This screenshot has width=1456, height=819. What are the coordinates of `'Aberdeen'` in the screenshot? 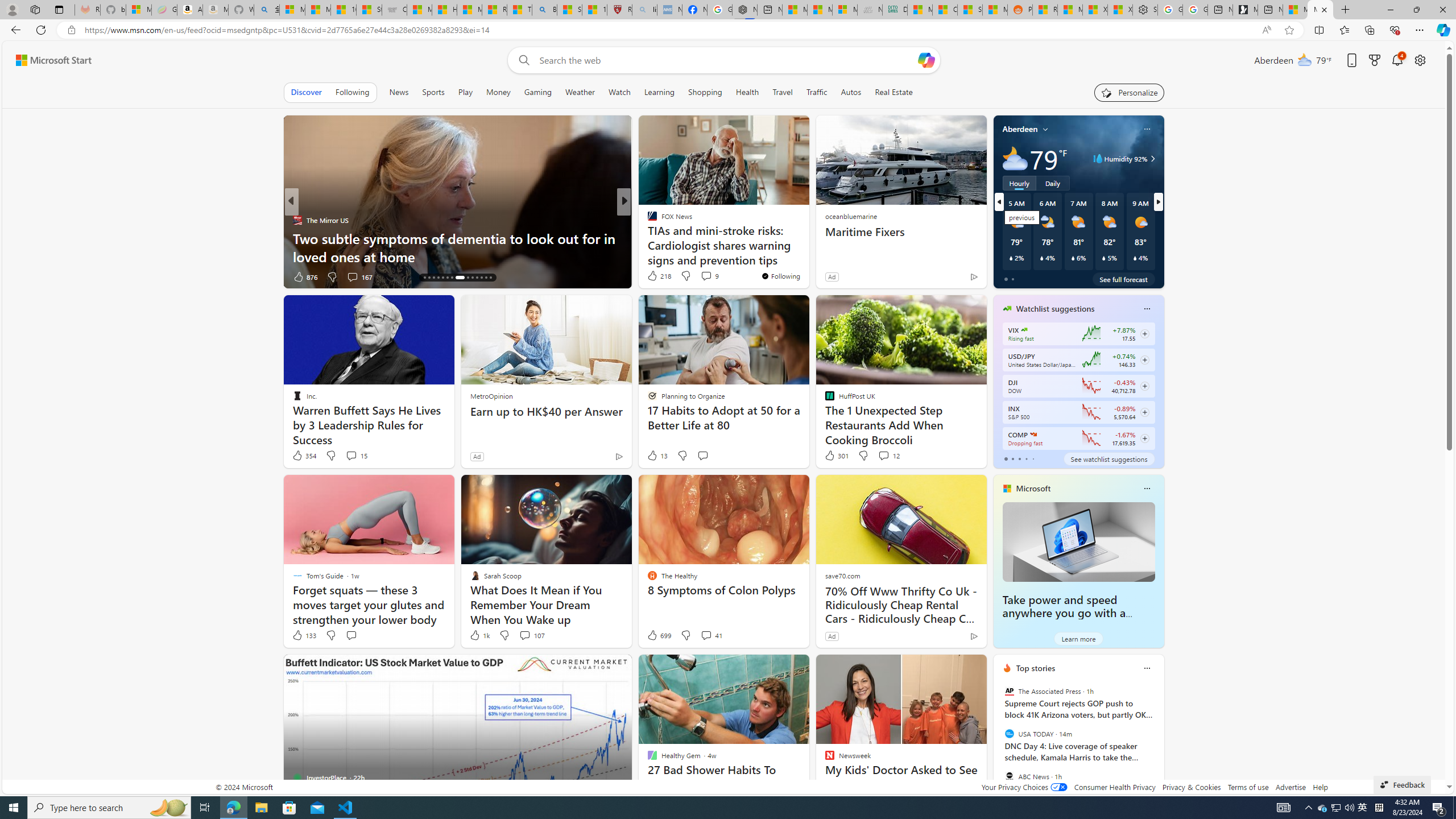 It's located at (1020, 128).